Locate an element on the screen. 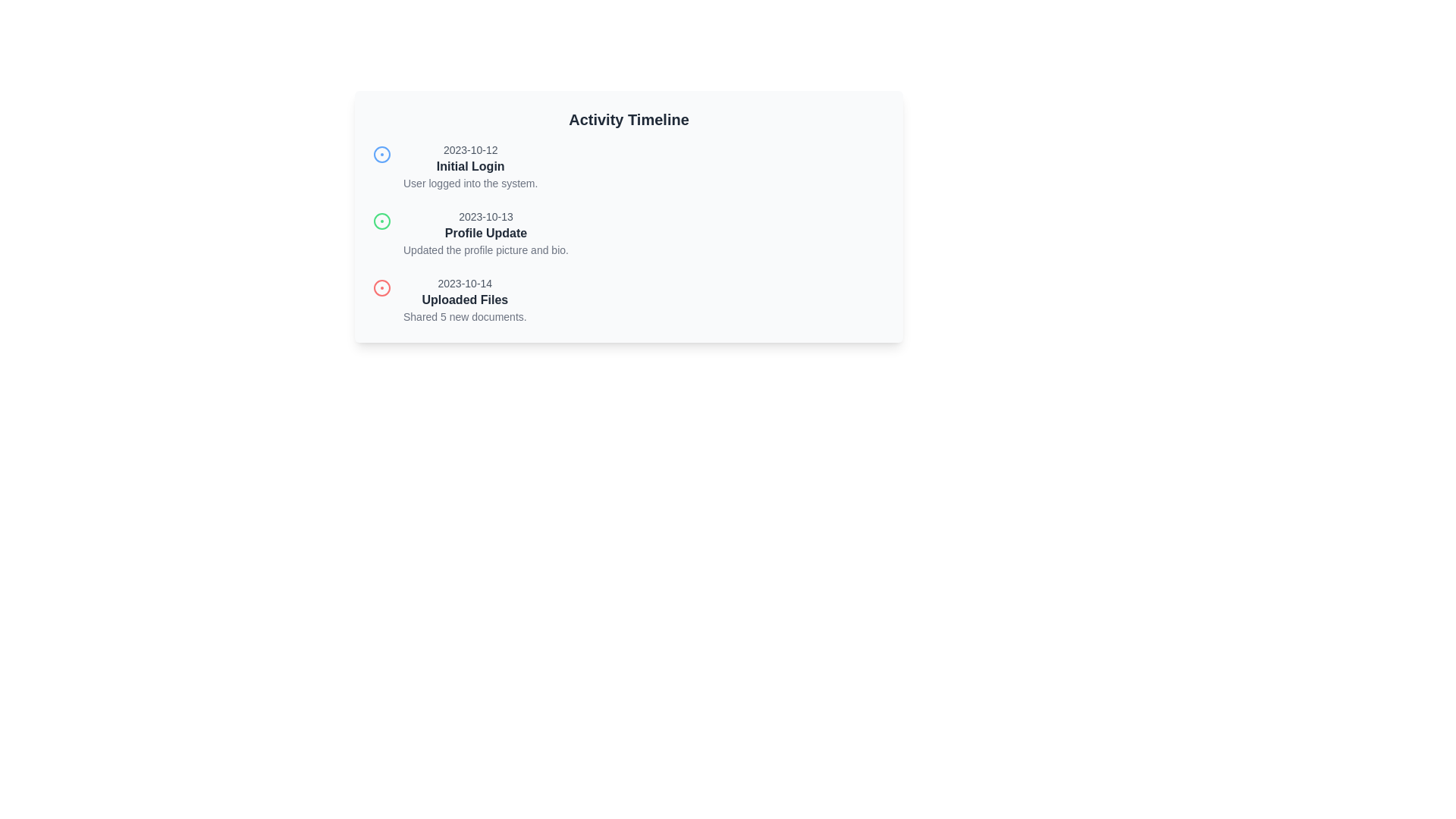 Image resolution: width=1456 pixels, height=819 pixels. the SVG Circle marker with a green outline and white fill, which is the second marker in the timeline for the '2023-10-13 Profile Update' entry is located at coordinates (382, 221).